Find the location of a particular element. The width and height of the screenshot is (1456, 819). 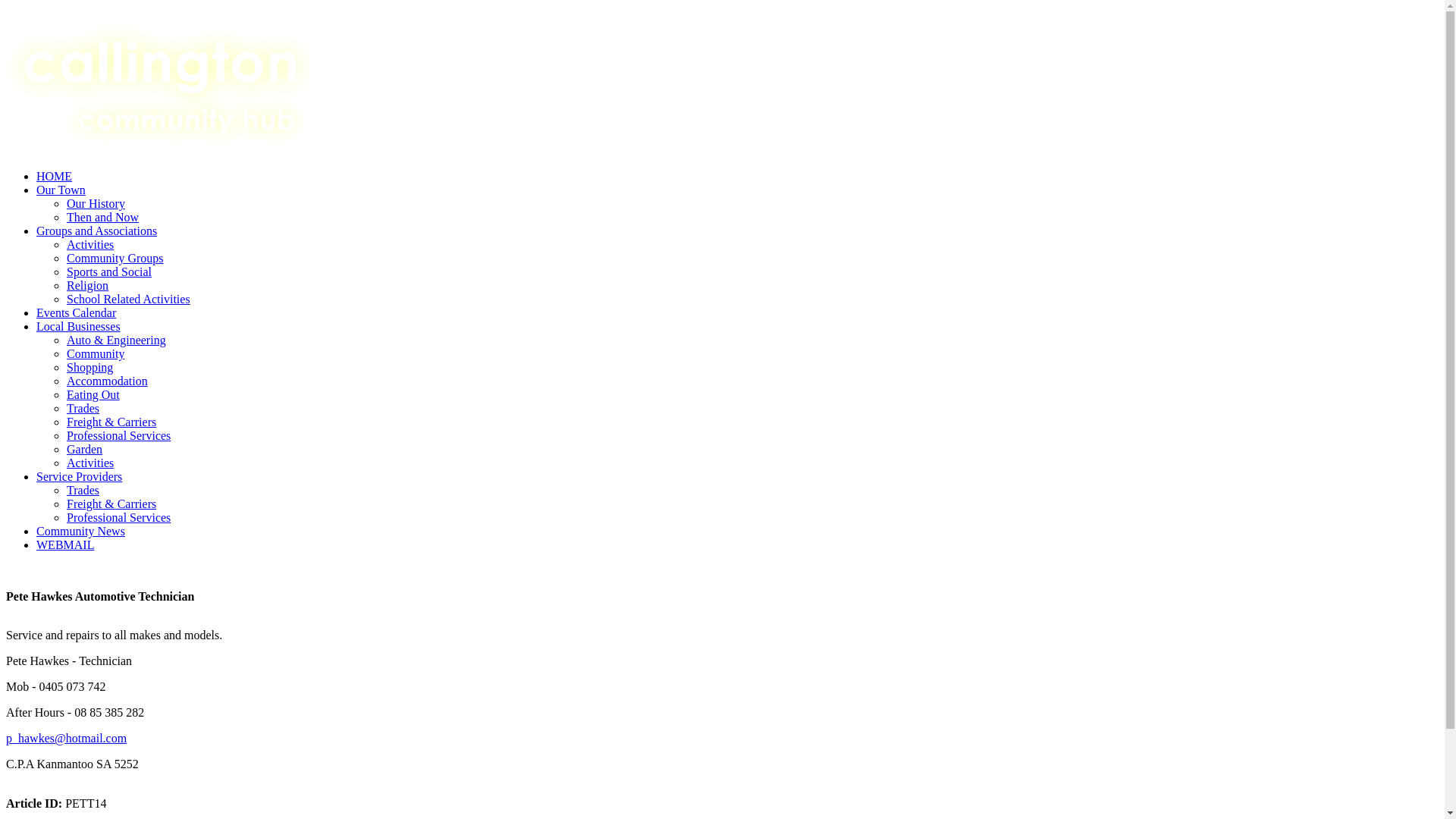

'Freight & Carriers' is located at coordinates (65, 504).